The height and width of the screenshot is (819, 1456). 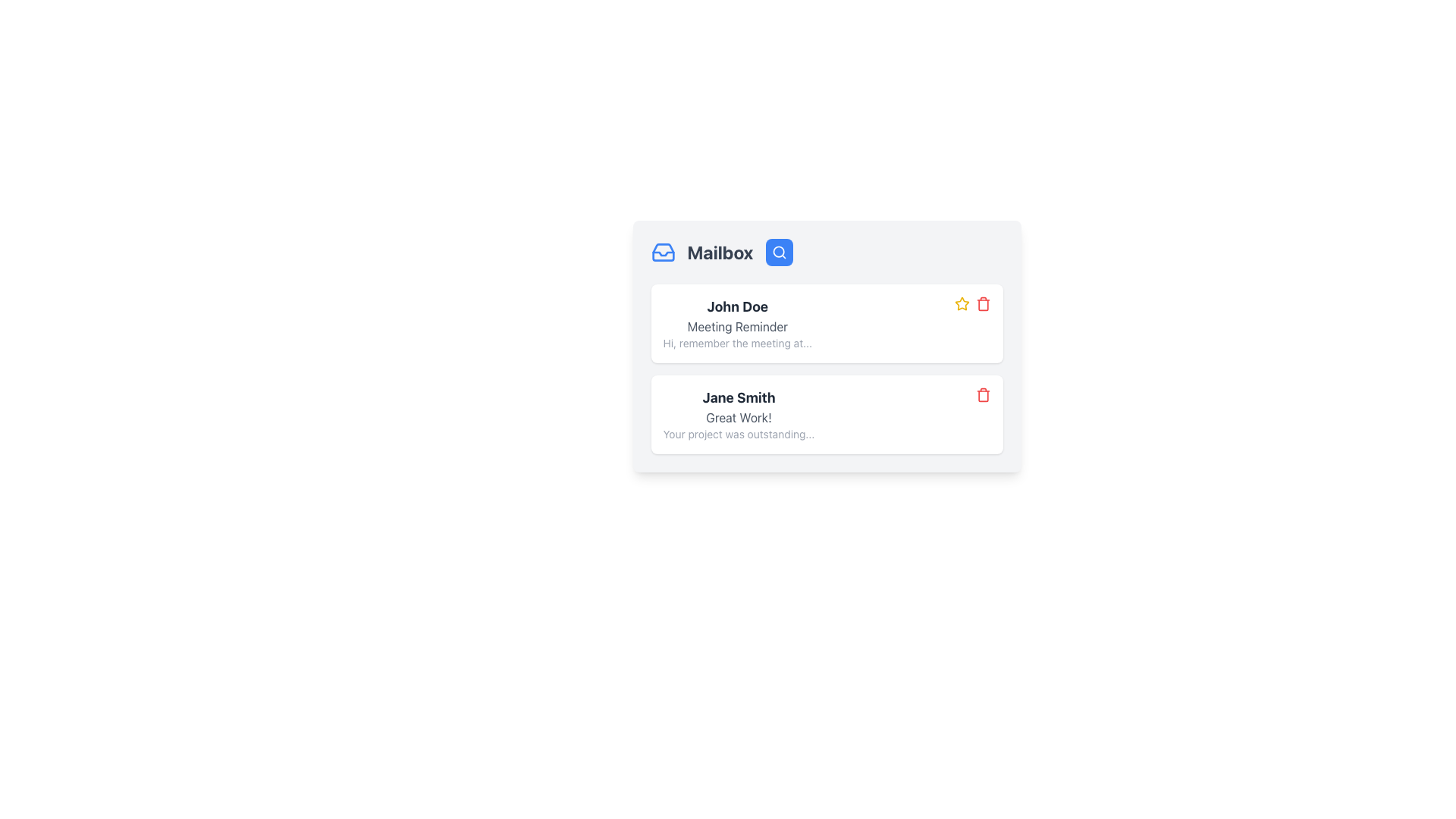 I want to click on the message preview for 'John Doe' which includes the bold name, subtitle 'Meeting Reminder', and description, so click(x=737, y=323).